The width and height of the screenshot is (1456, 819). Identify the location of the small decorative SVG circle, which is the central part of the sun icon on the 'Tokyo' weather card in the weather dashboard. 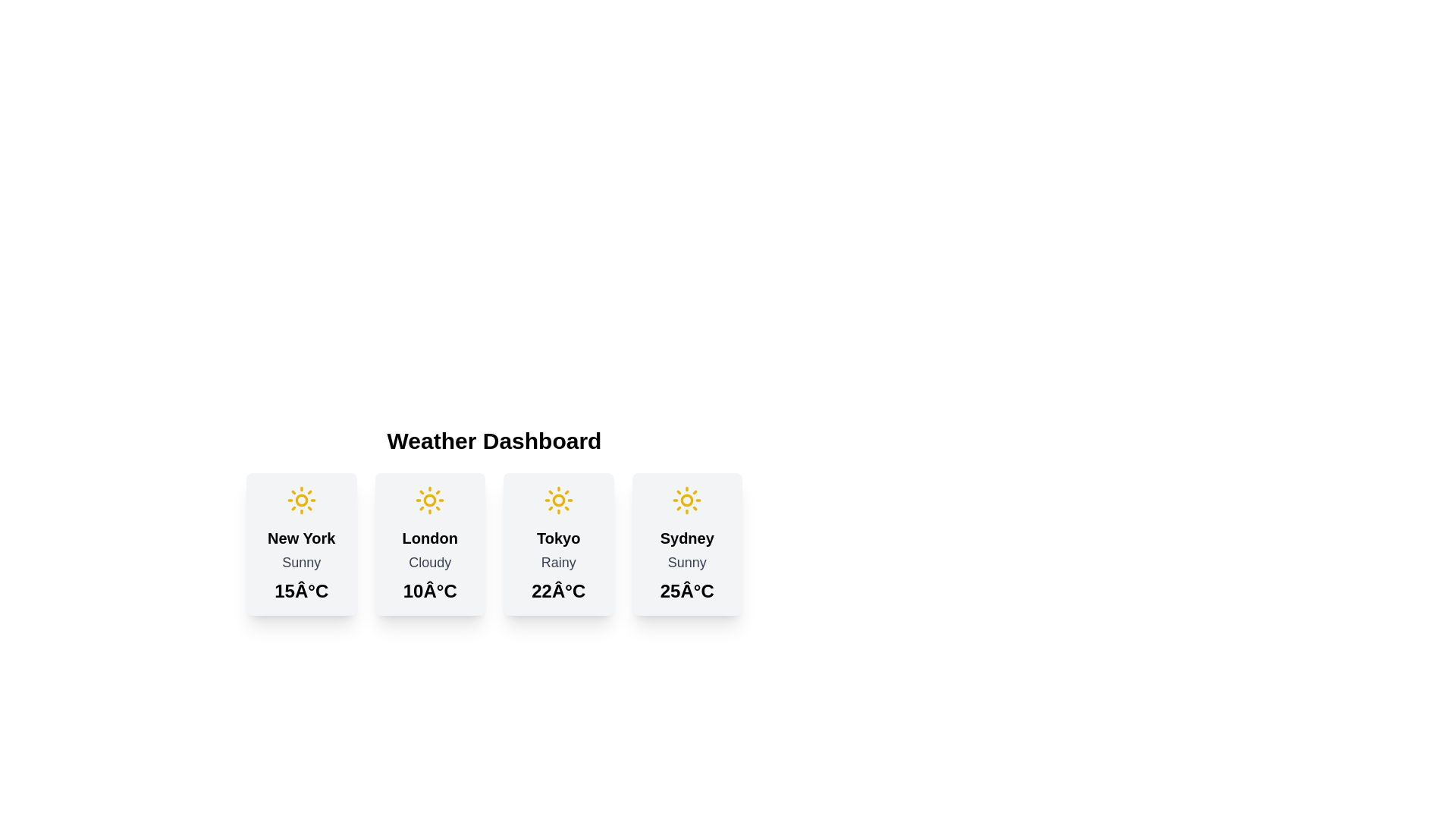
(557, 500).